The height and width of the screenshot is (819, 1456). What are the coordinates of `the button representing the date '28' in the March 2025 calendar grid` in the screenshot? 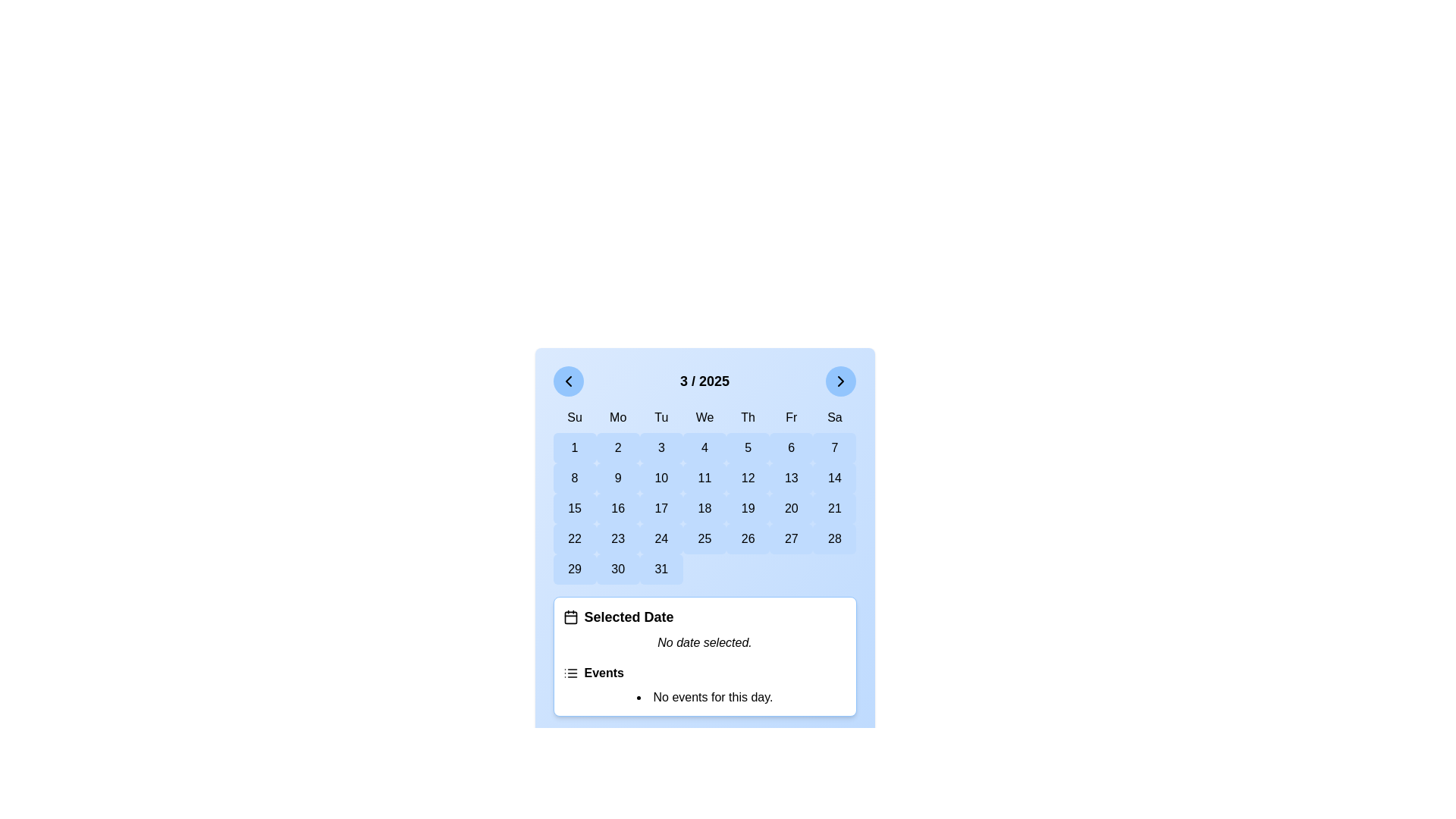 It's located at (833, 538).